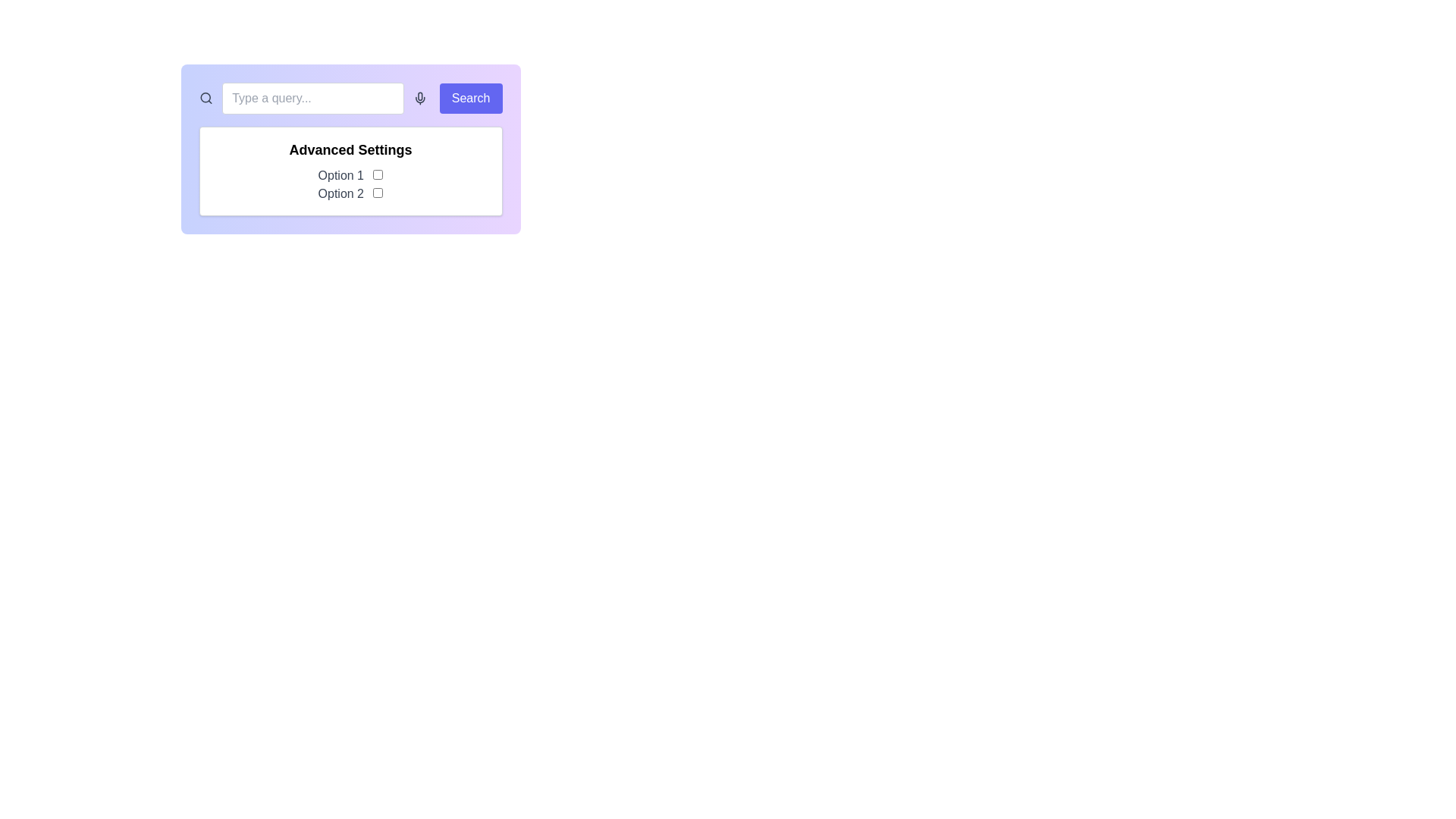 This screenshot has height=819, width=1456. I want to click on the text label 'Option 1' which is styled with gray text color and positioned next to a checkbox in the 'Advanced Settings' section, so click(350, 174).